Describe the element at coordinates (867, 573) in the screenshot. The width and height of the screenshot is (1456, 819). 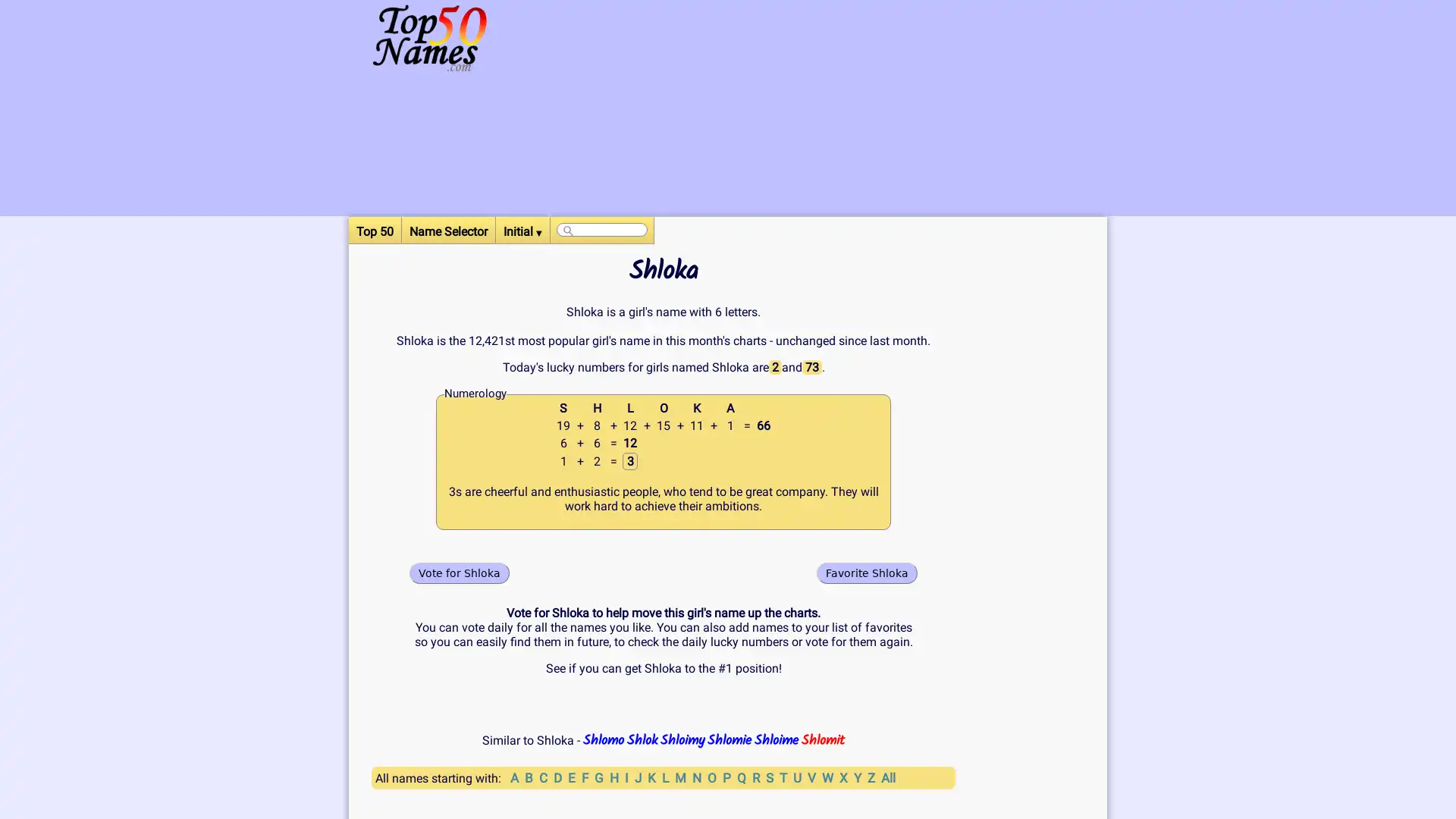
I see `Favorite Shloka` at that location.